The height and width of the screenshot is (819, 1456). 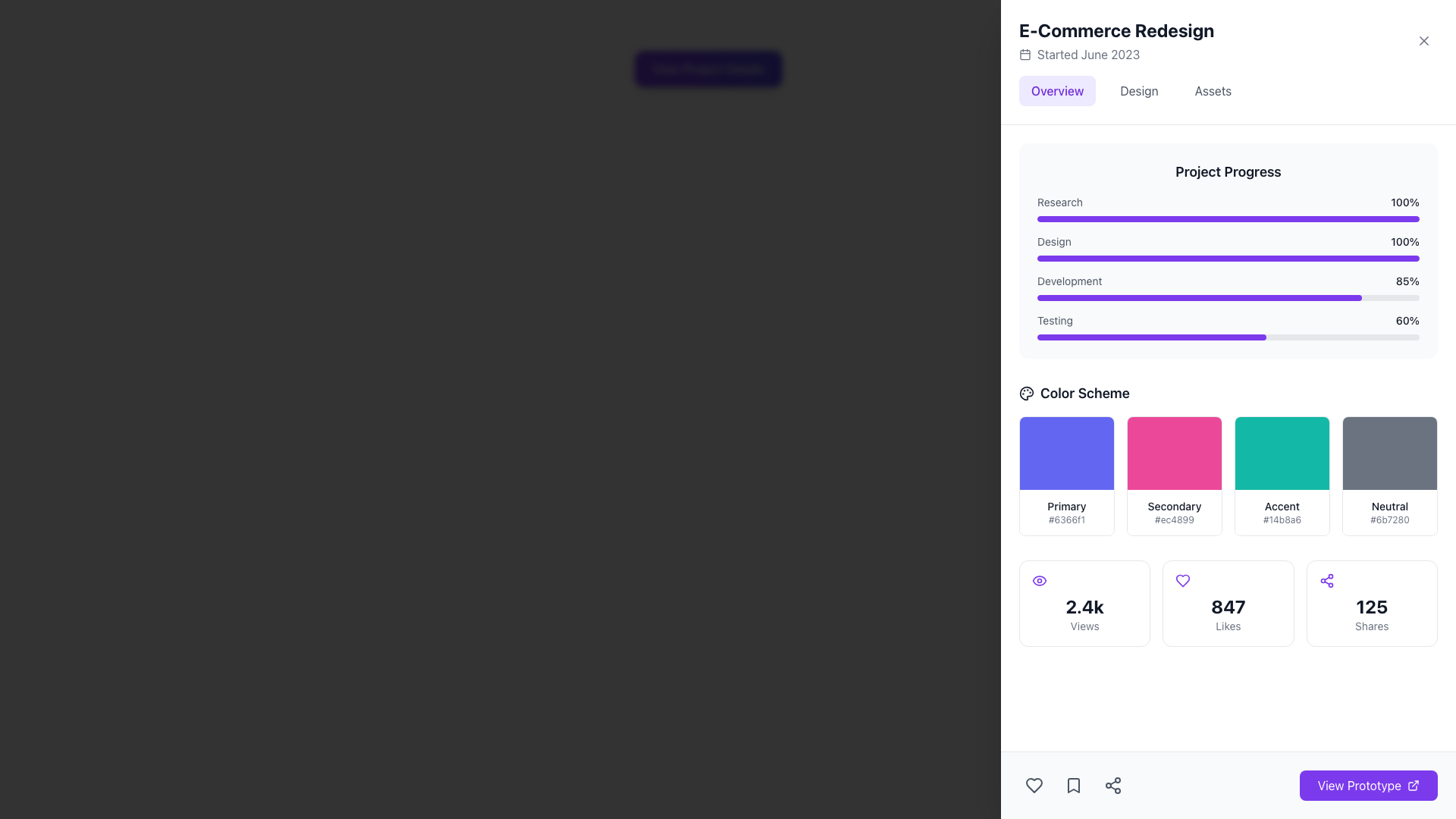 I want to click on the static text label displaying '#6b7280', which is styled in light gray and positioned directly below the title 'Neutral' in the fourth box of the 'Color Scheme' section, so click(x=1390, y=519).